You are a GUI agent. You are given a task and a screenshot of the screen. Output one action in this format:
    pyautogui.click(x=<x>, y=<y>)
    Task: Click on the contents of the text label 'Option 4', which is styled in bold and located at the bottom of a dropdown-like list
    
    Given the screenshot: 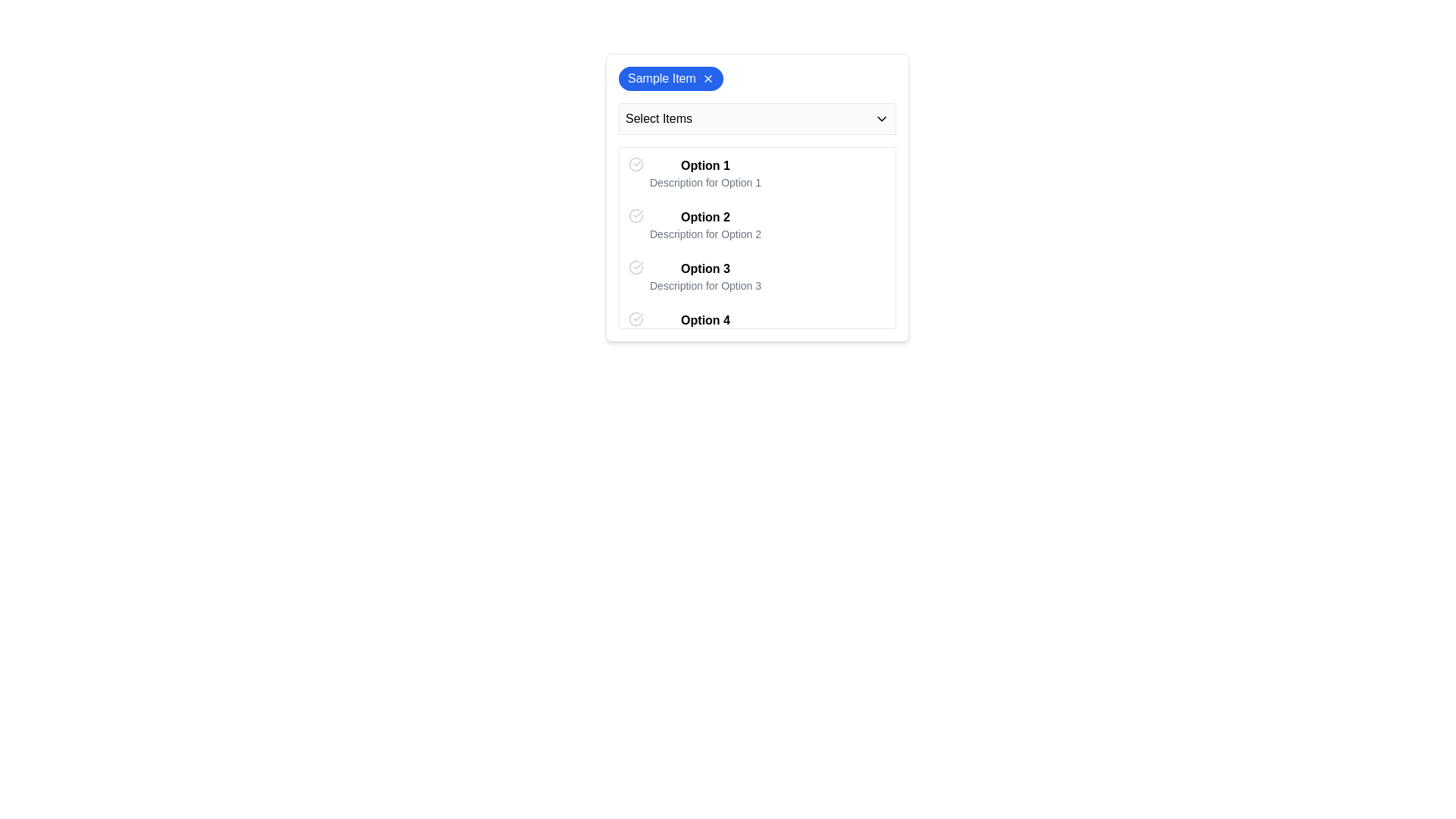 What is the action you would take?
    pyautogui.click(x=704, y=320)
    